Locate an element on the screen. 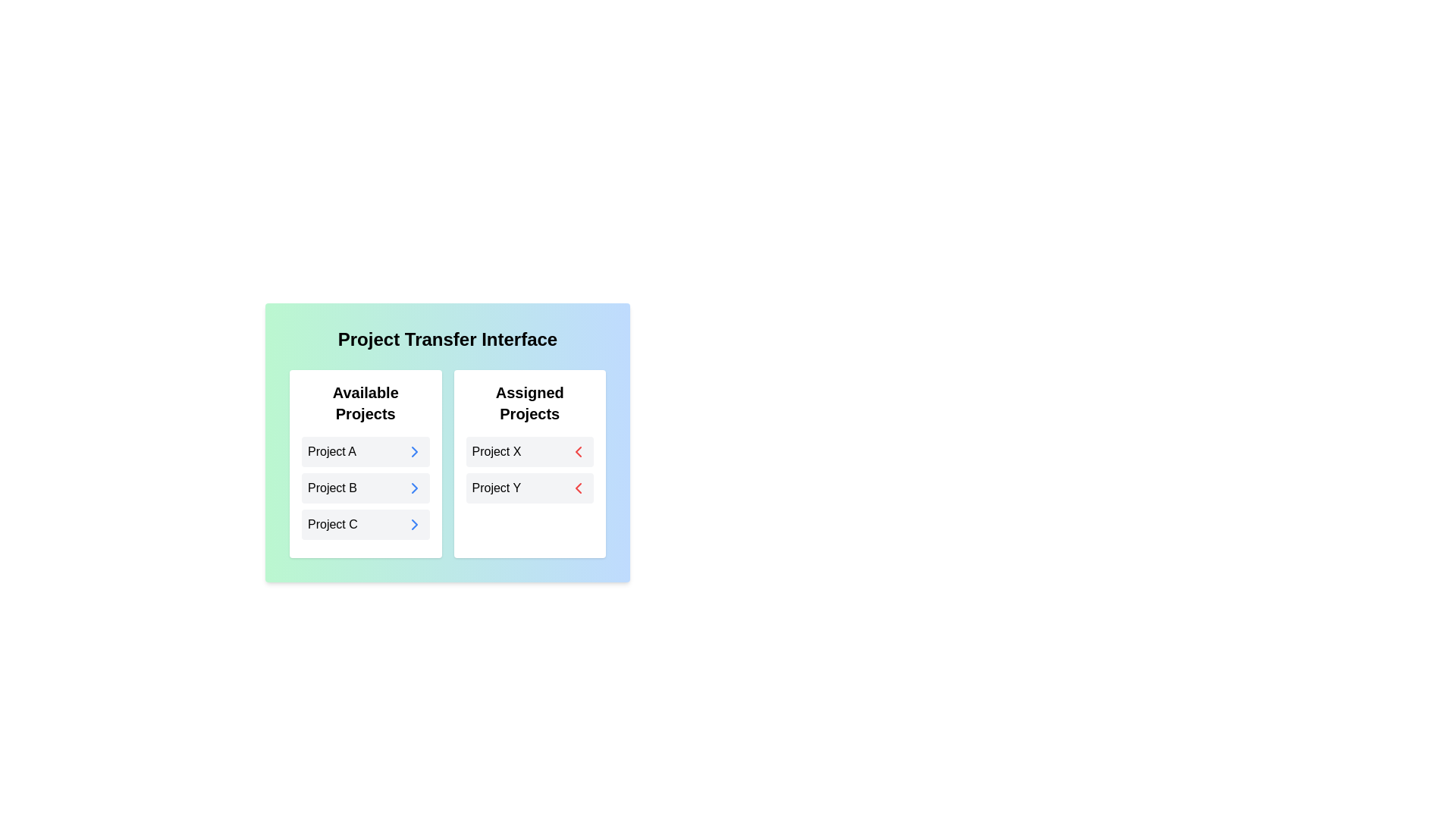 Image resolution: width=1456 pixels, height=819 pixels. the project rows in the 'Assigned Projects' section, which contains 'Project X' and 'Project Y' with a left-pointing red chevron icon is located at coordinates (529, 469).